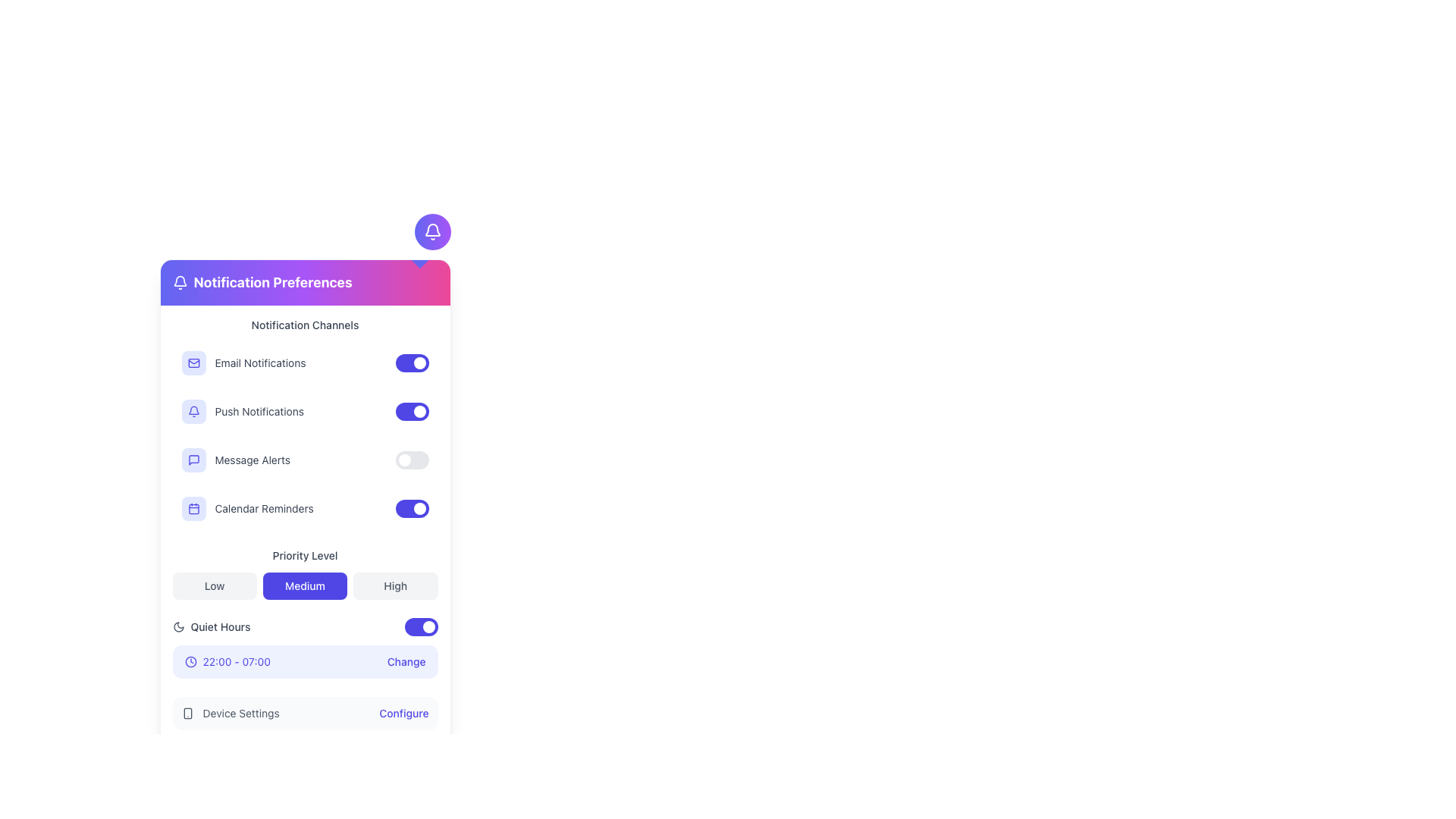  What do you see at coordinates (419, 412) in the screenshot?
I see `the toggle indicator within the toggle switch area` at bounding box center [419, 412].